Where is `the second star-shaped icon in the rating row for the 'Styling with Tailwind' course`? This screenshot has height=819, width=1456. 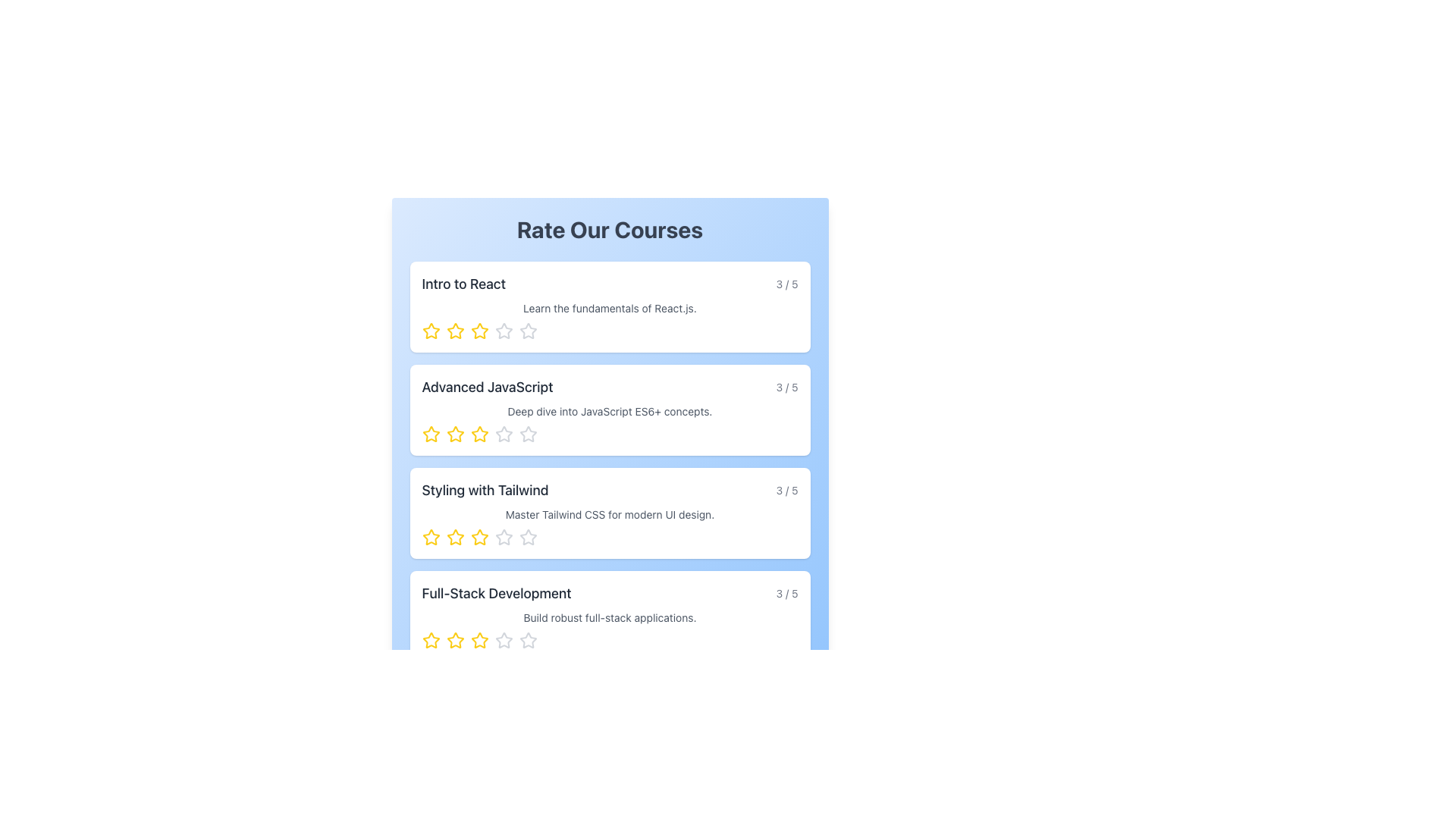 the second star-shaped icon in the rating row for the 'Styling with Tailwind' course is located at coordinates (454, 537).